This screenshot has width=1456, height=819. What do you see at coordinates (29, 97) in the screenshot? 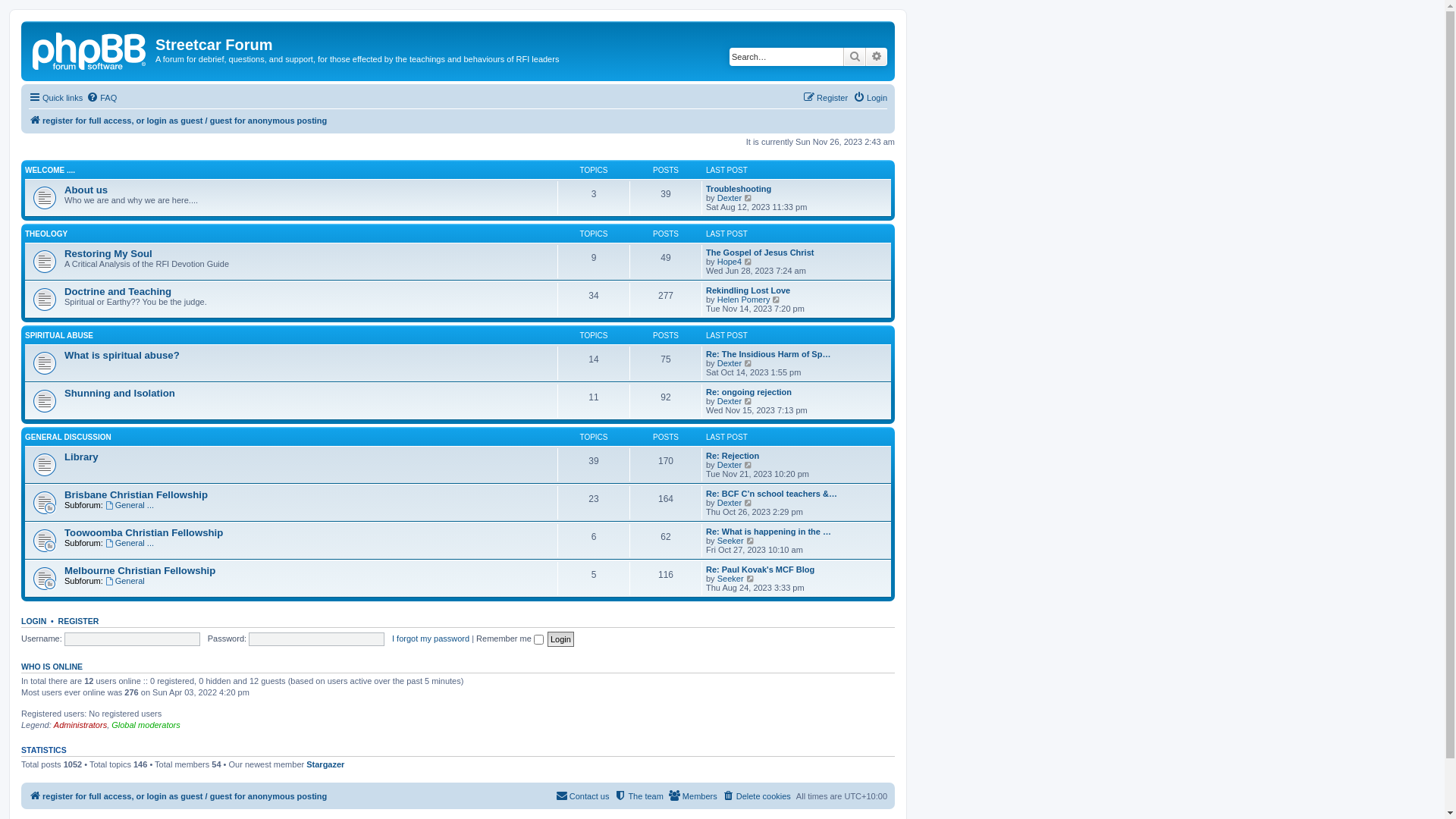
I see `'Quick links'` at bounding box center [29, 97].